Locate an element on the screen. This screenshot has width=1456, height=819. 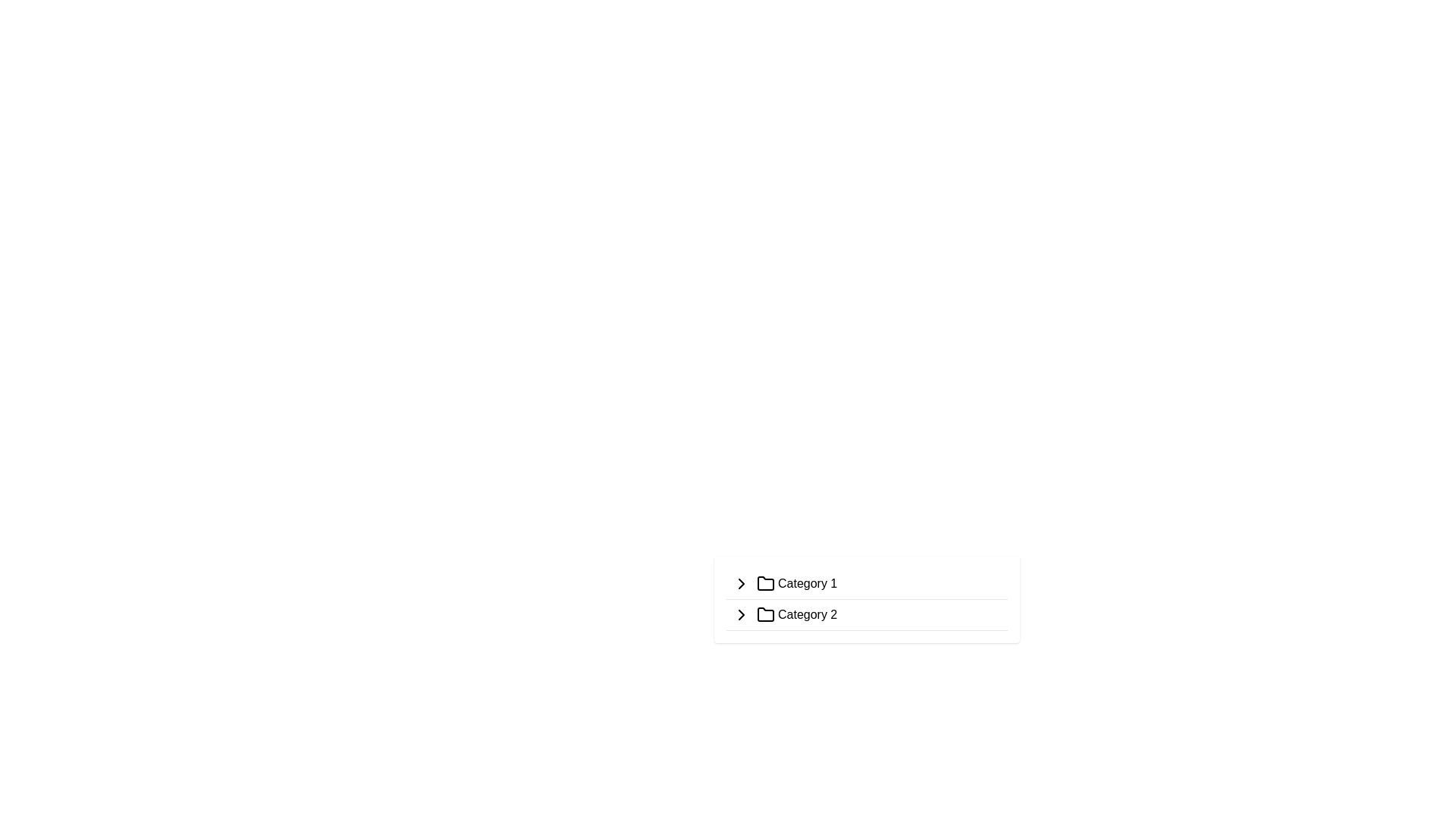
the first collapsible menu item in the vertical menu list is located at coordinates (867, 583).